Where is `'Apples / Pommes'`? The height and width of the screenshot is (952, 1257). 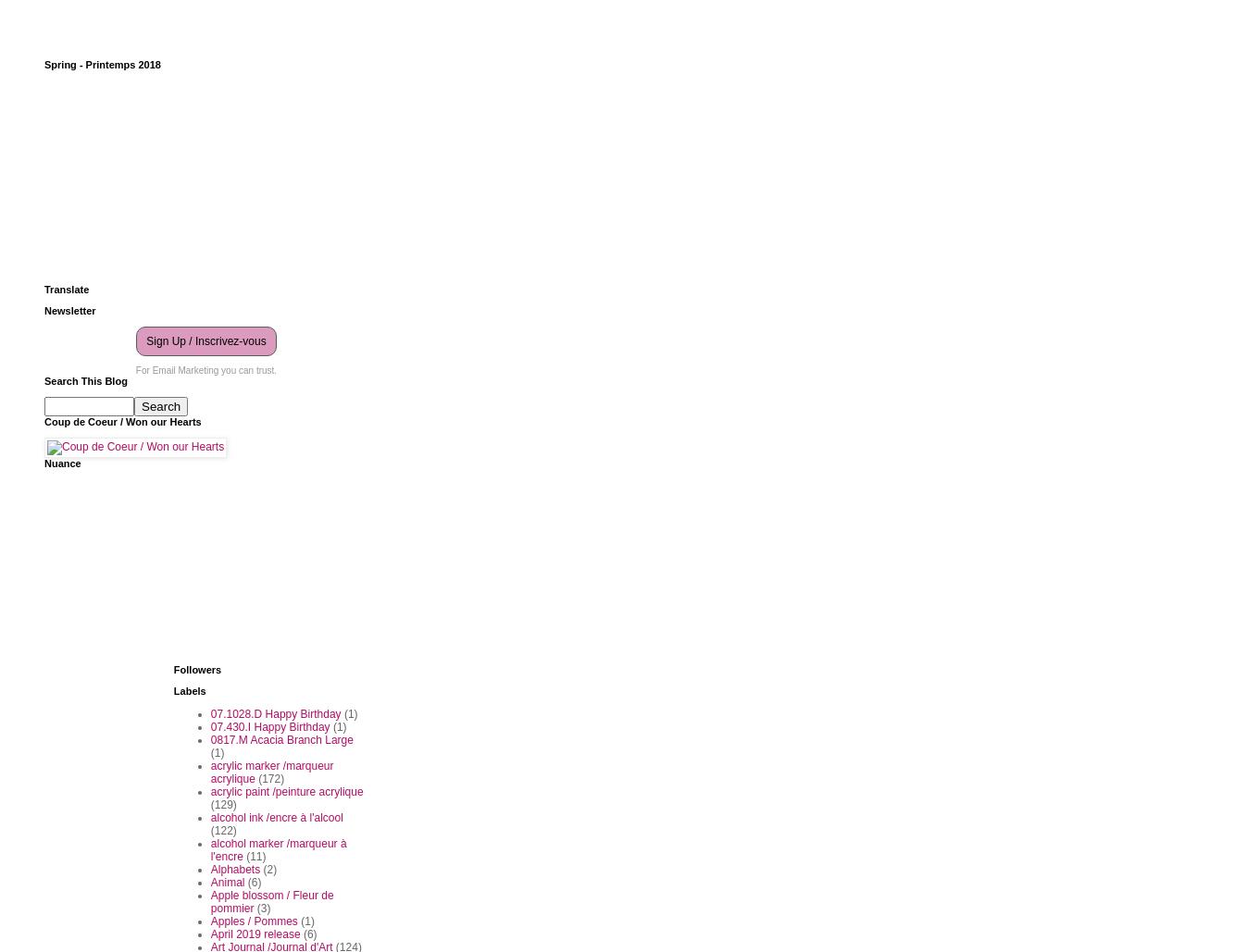 'Apples / Pommes' is located at coordinates (254, 920).